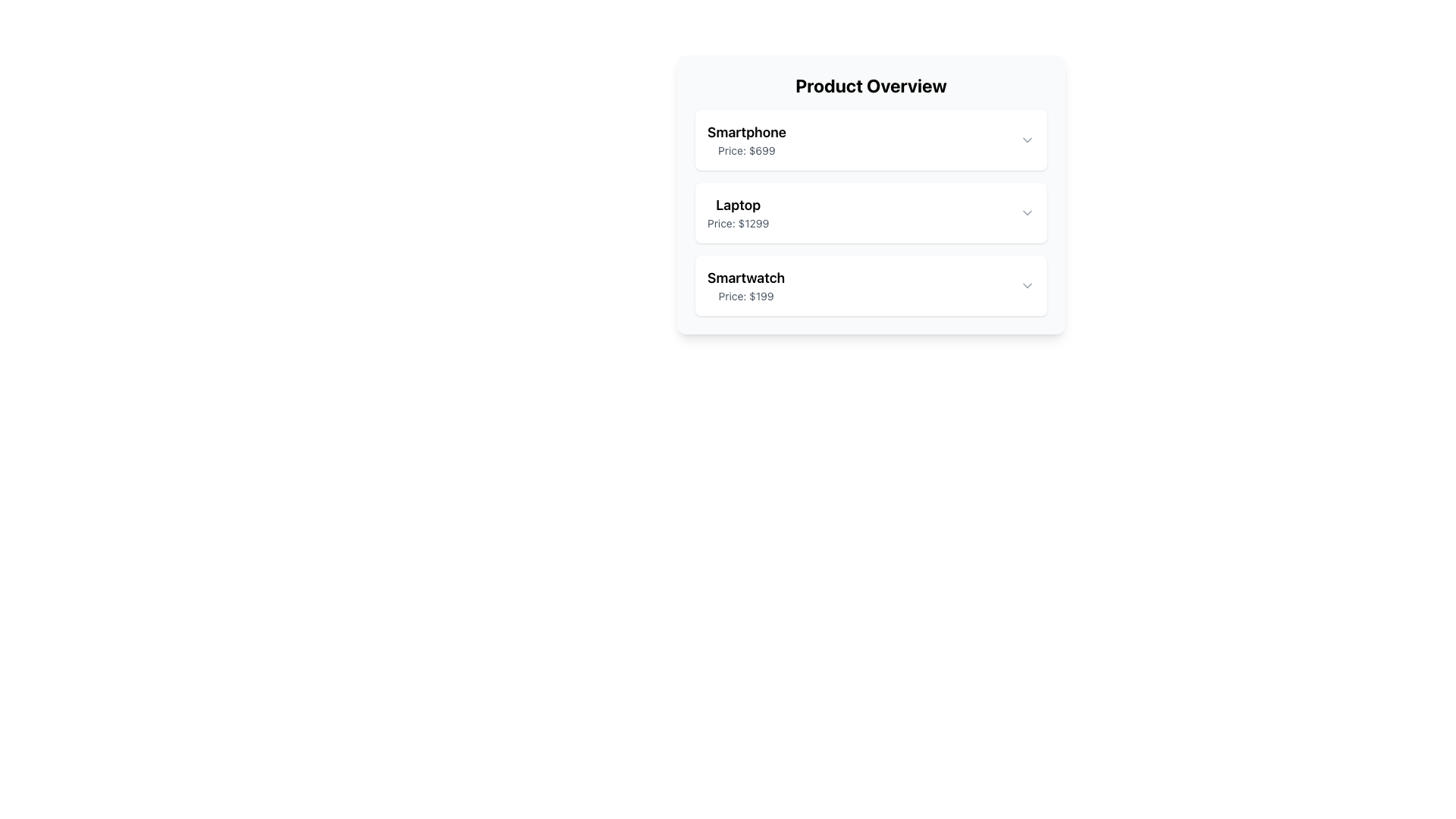  Describe the element at coordinates (746, 296) in the screenshot. I see `the 'Price: $199' label, which is a small muted gray text component located directly below the 'Smartwatch' header in the product overview panel` at that location.